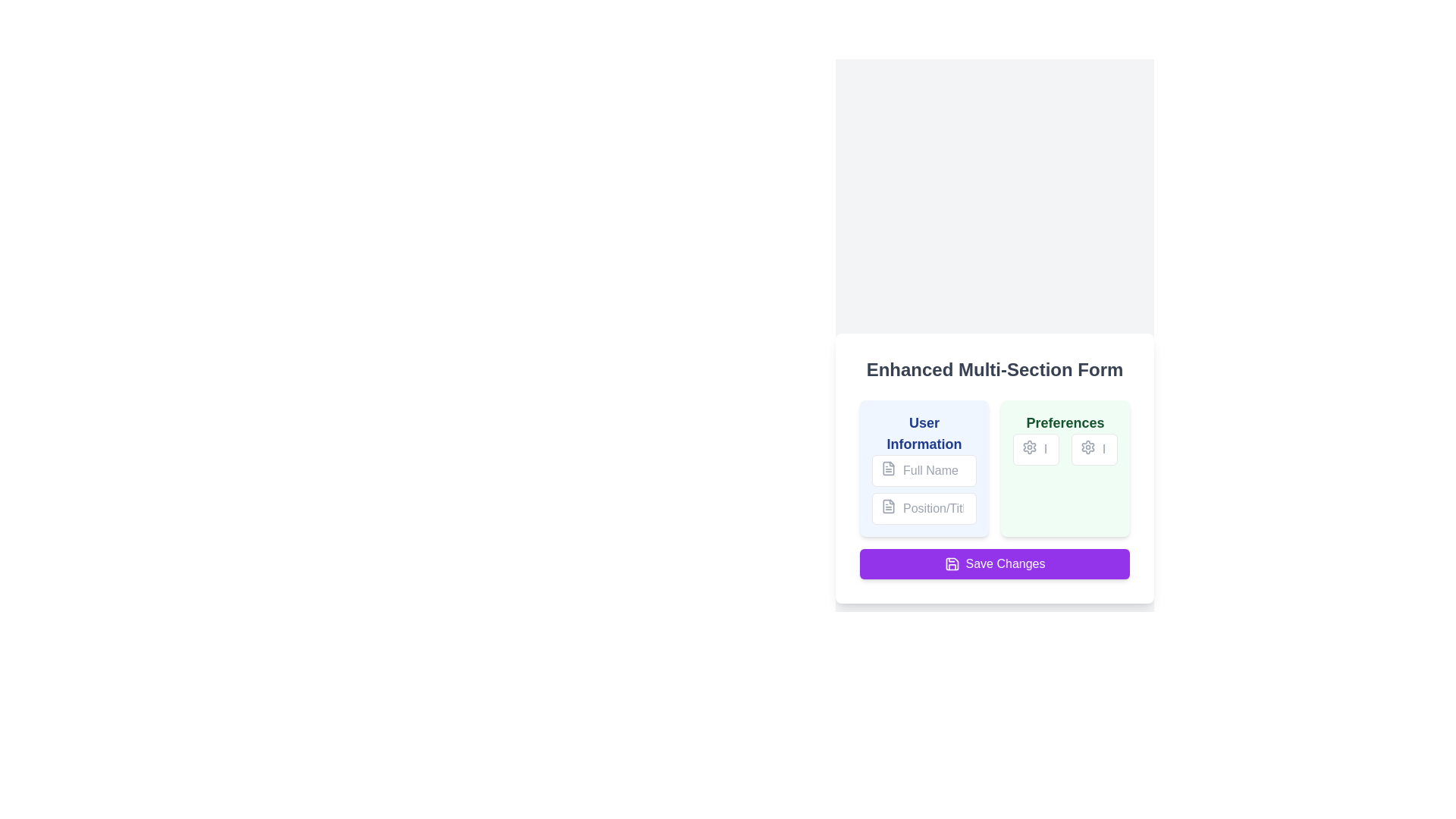  Describe the element at coordinates (951, 564) in the screenshot. I see `the save icon represented as a simplistic outline of a floppy disk, which is centered within the purple 'Save Changes' button at the bottom of the form interface` at that location.